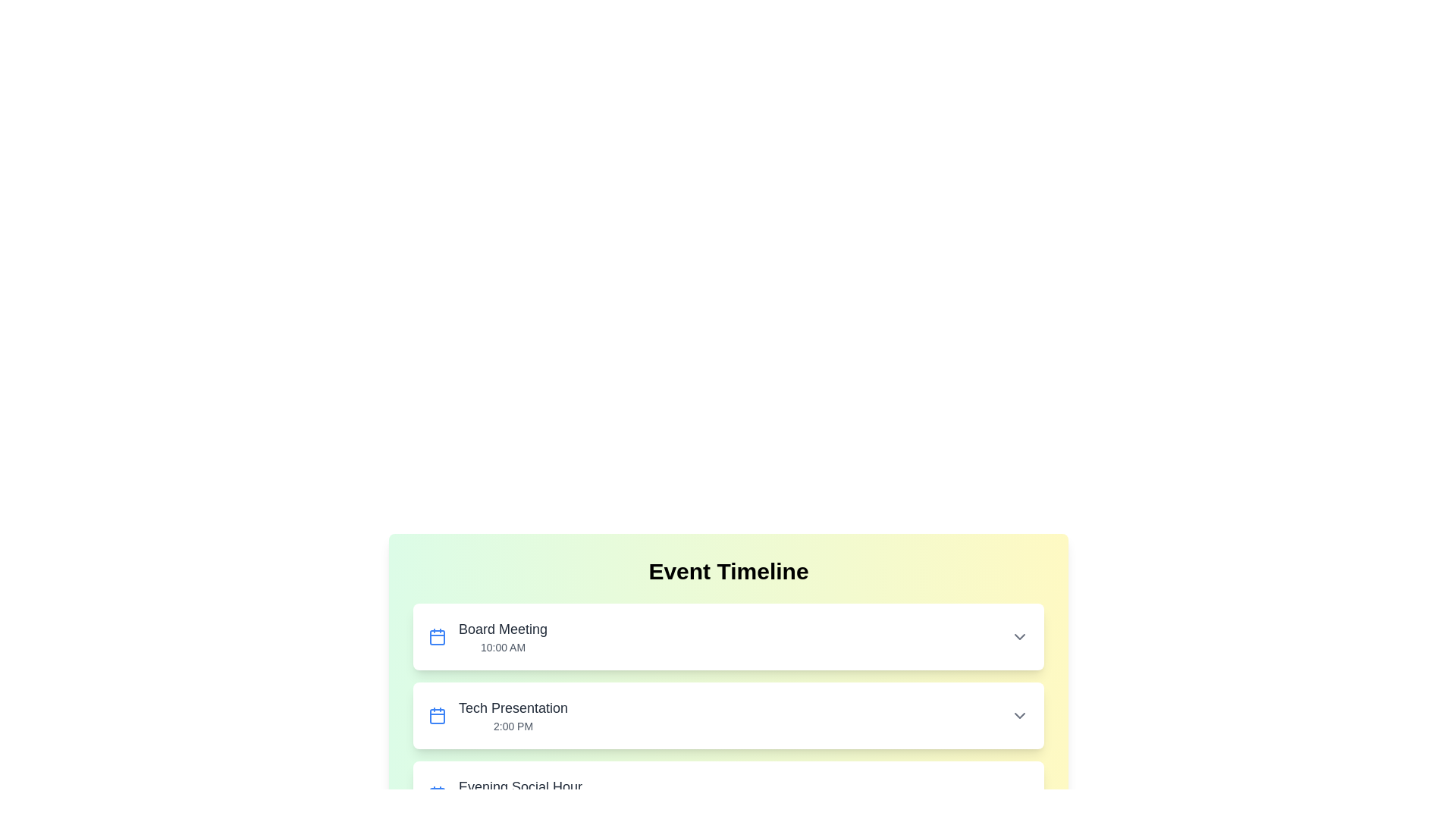 Image resolution: width=1456 pixels, height=819 pixels. I want to click on the list item displaying 'Evening Social Hour', so click(728, 794).